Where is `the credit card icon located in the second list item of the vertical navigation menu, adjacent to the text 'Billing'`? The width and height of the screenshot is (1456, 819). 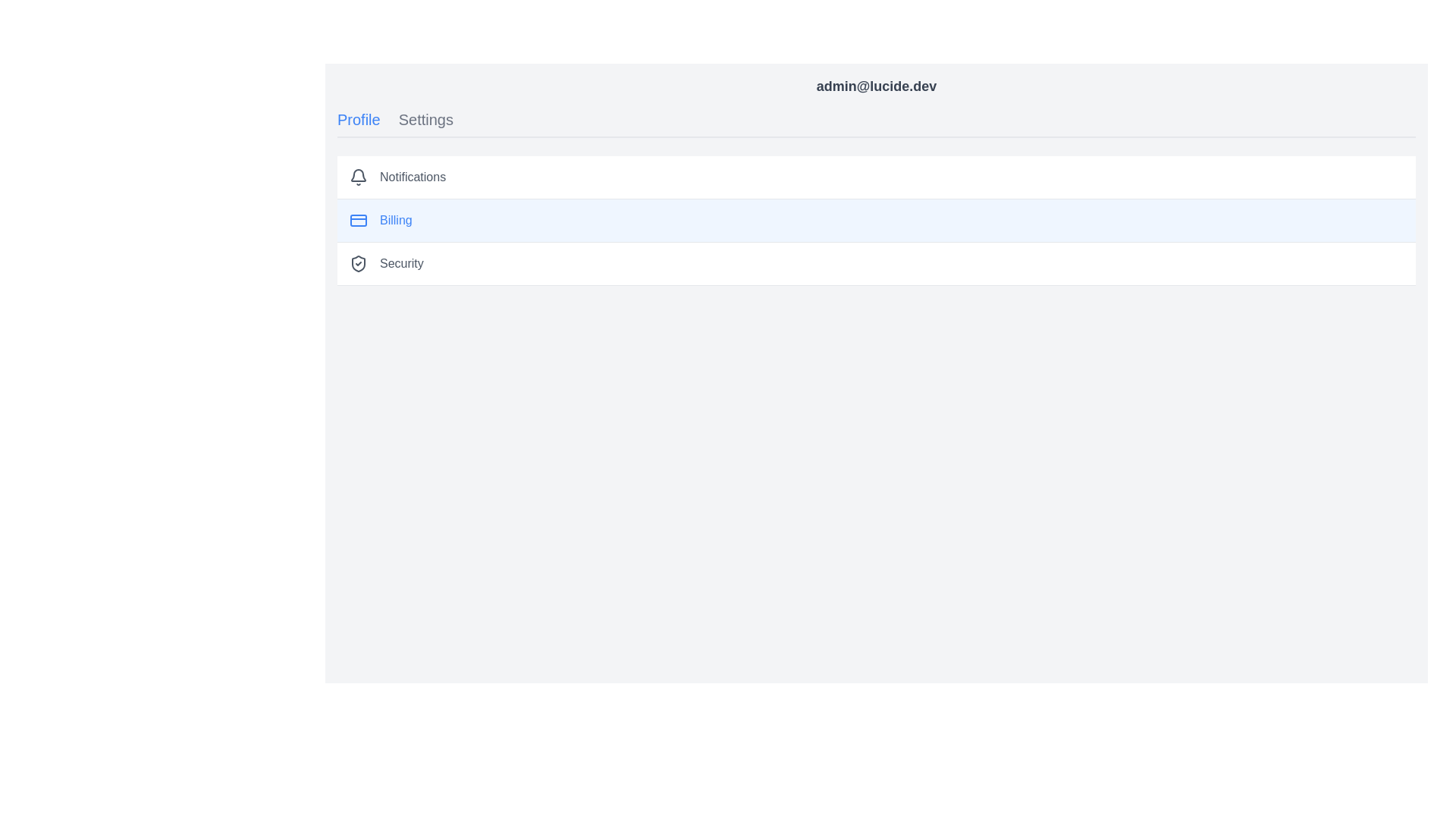
the credit card icon located in the second list item of the vertical navigation menu, adjacent to the text 'Billing' is located at coordinates (358, 220).